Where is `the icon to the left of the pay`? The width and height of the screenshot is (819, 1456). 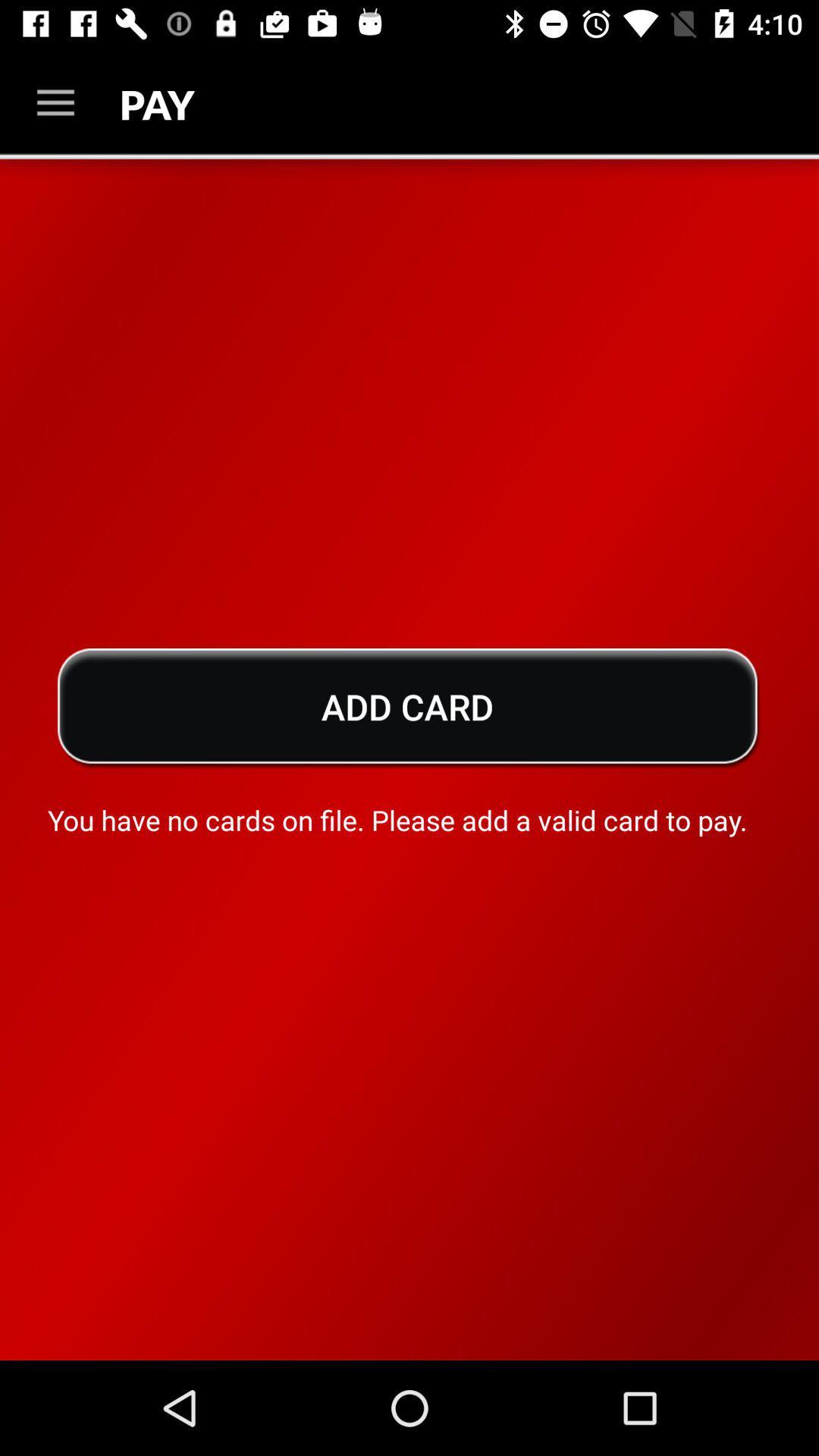
the icon to the left of the pay is located at coordinates (55, 102).